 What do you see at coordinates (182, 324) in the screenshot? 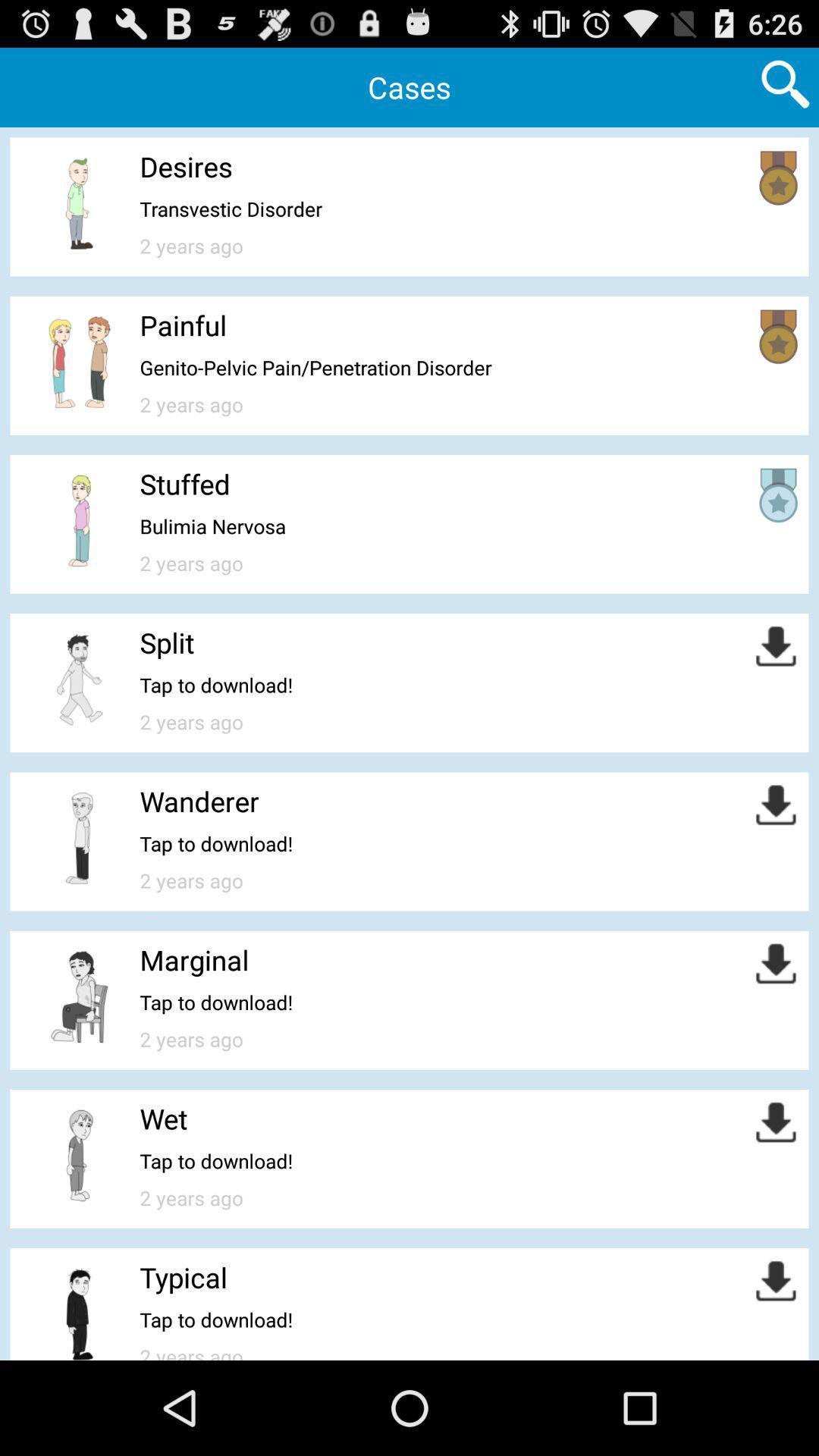
I see `painful item` at bounding box center [182, 324].